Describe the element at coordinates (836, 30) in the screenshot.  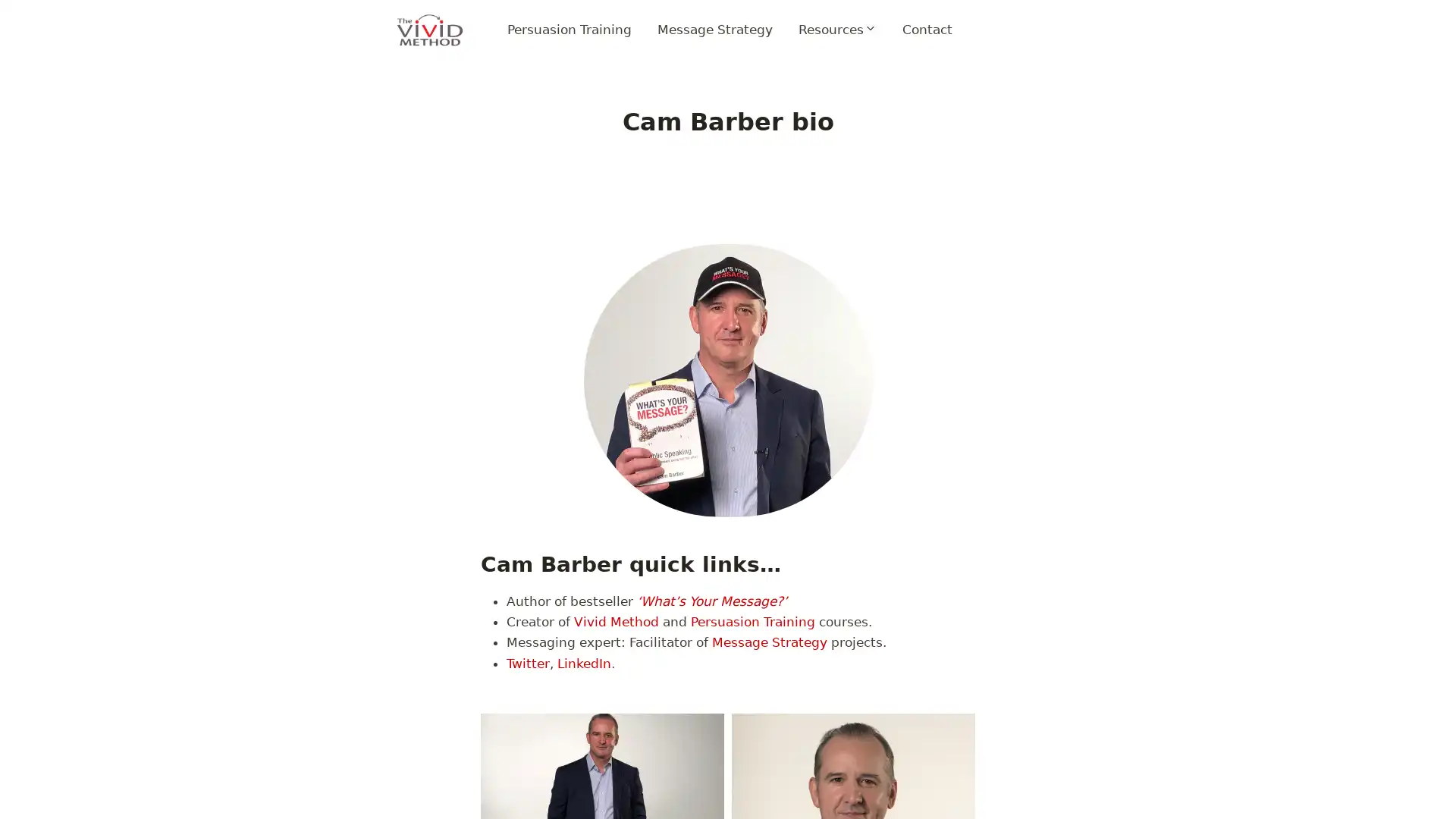
I see `Expand child menu` at that location.